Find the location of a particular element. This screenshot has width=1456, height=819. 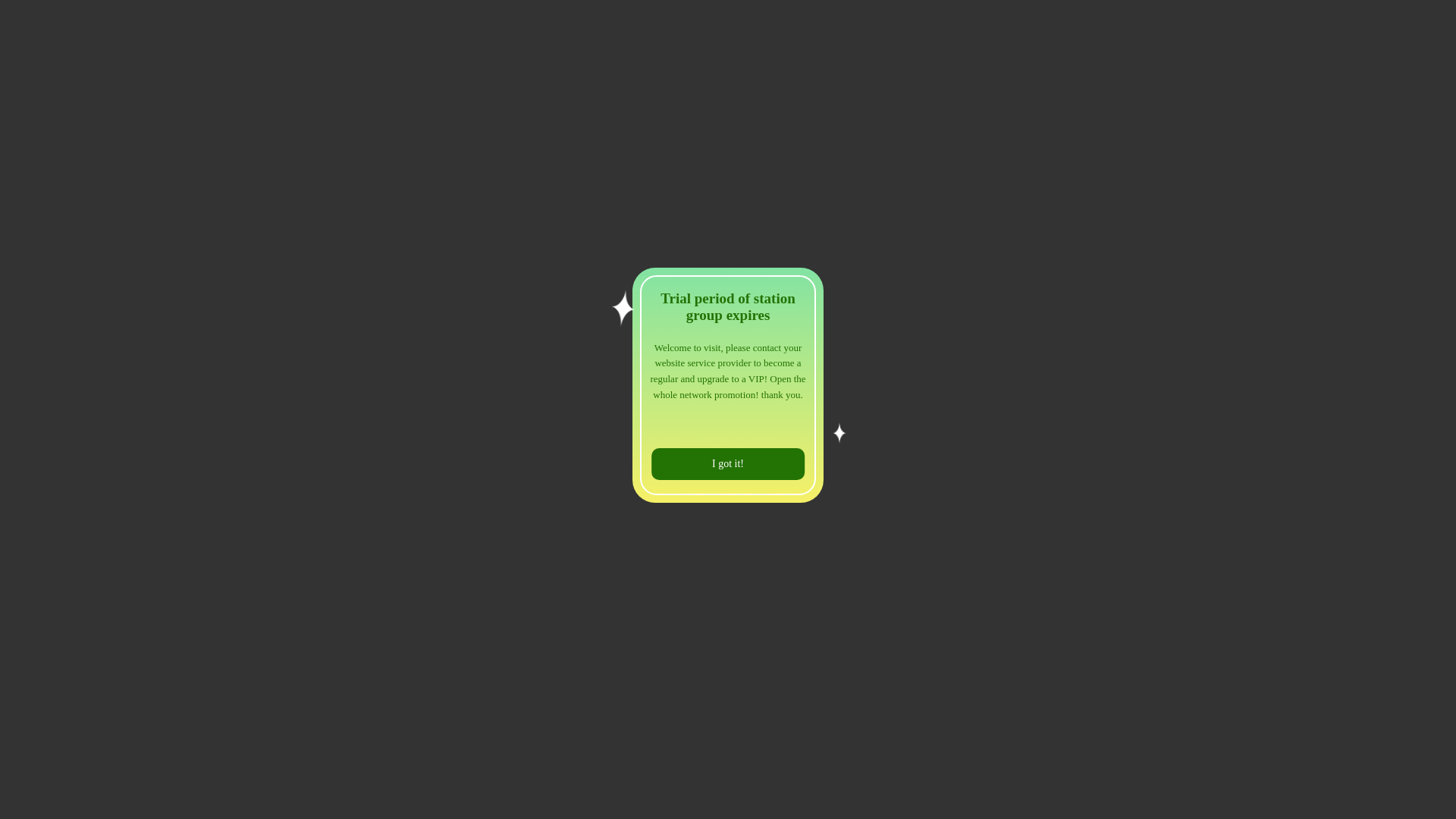

'I got it!' is located at coordinates (728, 463).